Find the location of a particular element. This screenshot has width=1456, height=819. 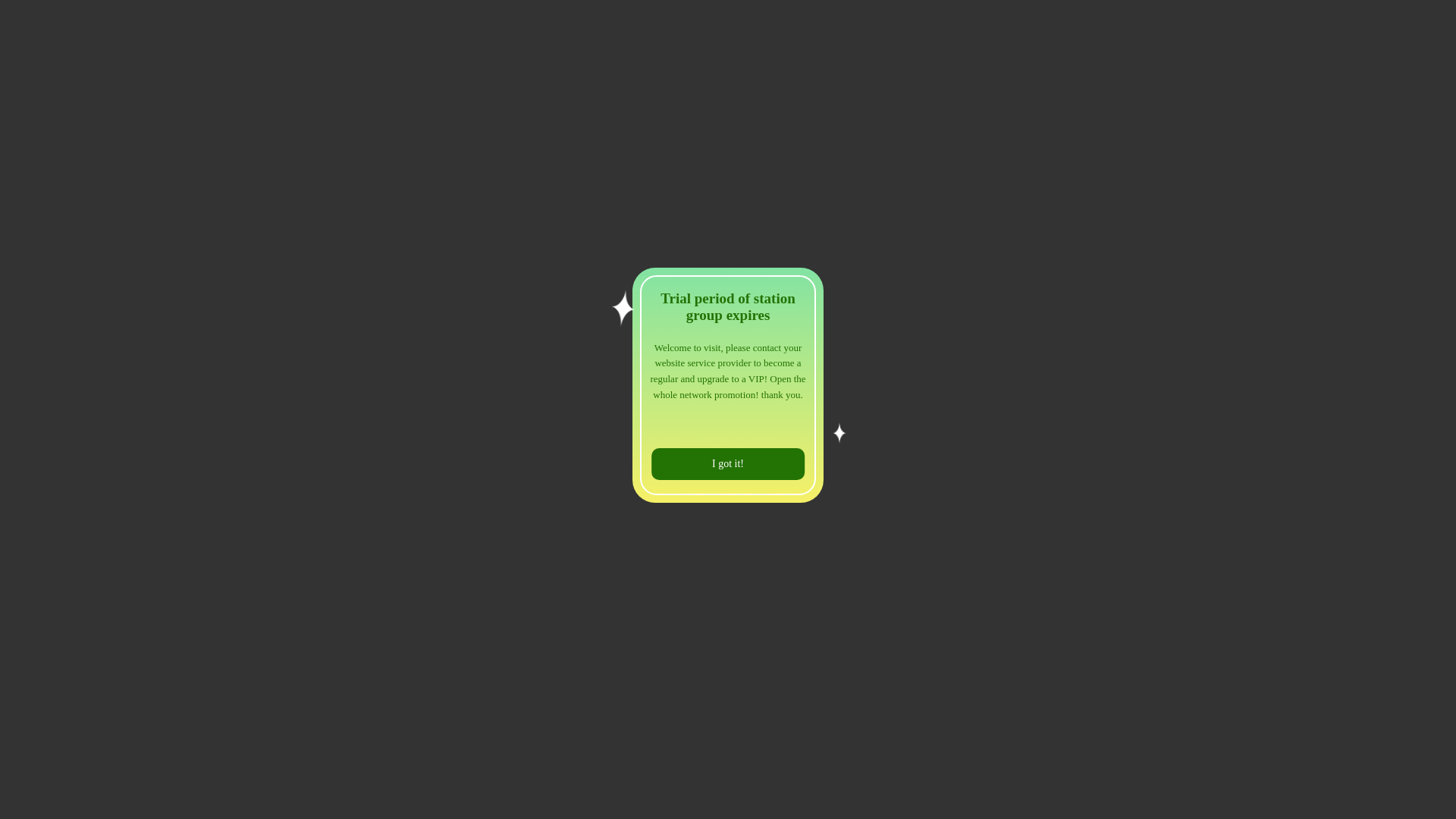

'I got it!' is located at coordinates (728, 463).